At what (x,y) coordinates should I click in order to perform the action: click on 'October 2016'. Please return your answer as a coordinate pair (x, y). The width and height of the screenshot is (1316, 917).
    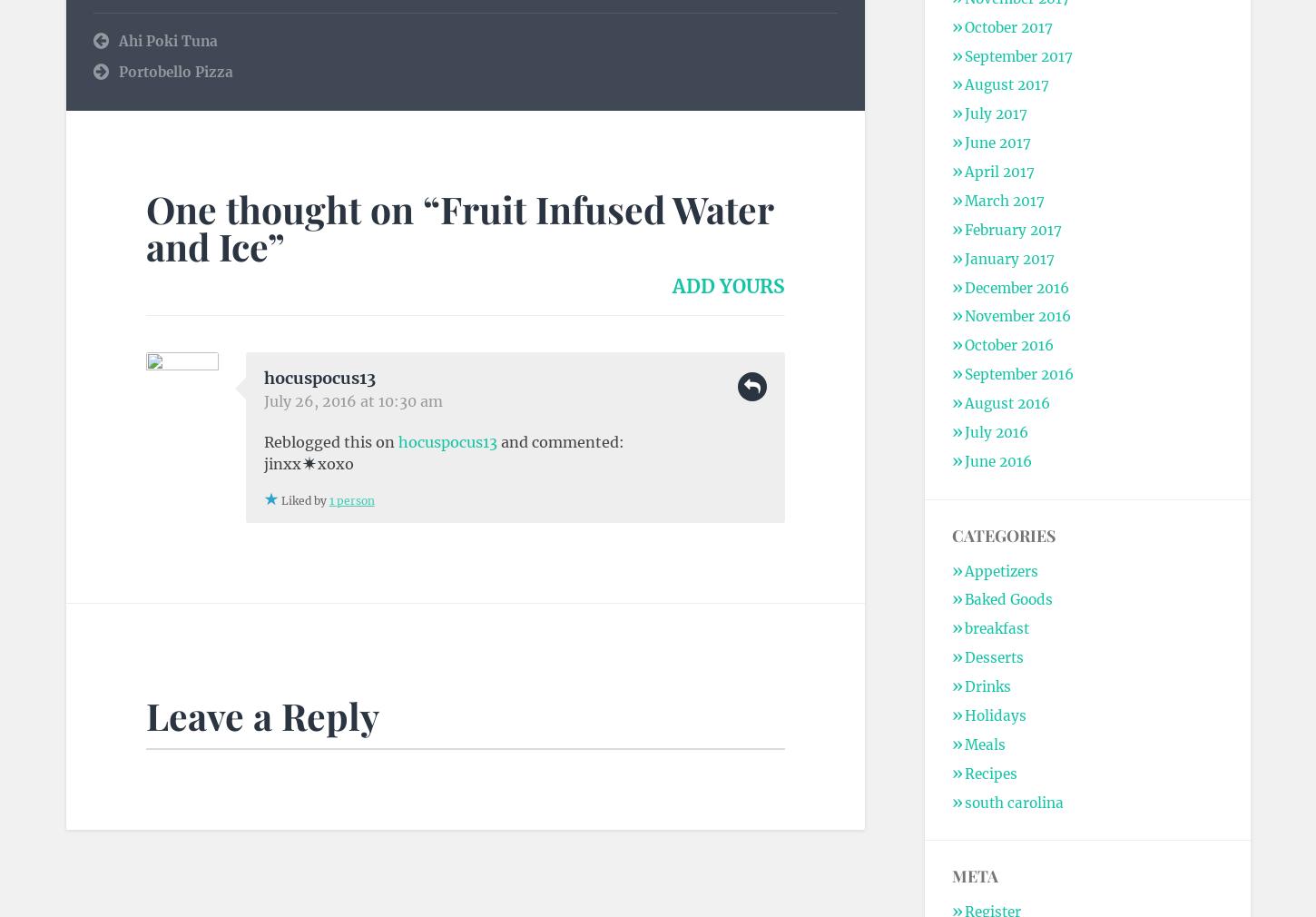
    Looking at the image, I should click on (1007, 345).